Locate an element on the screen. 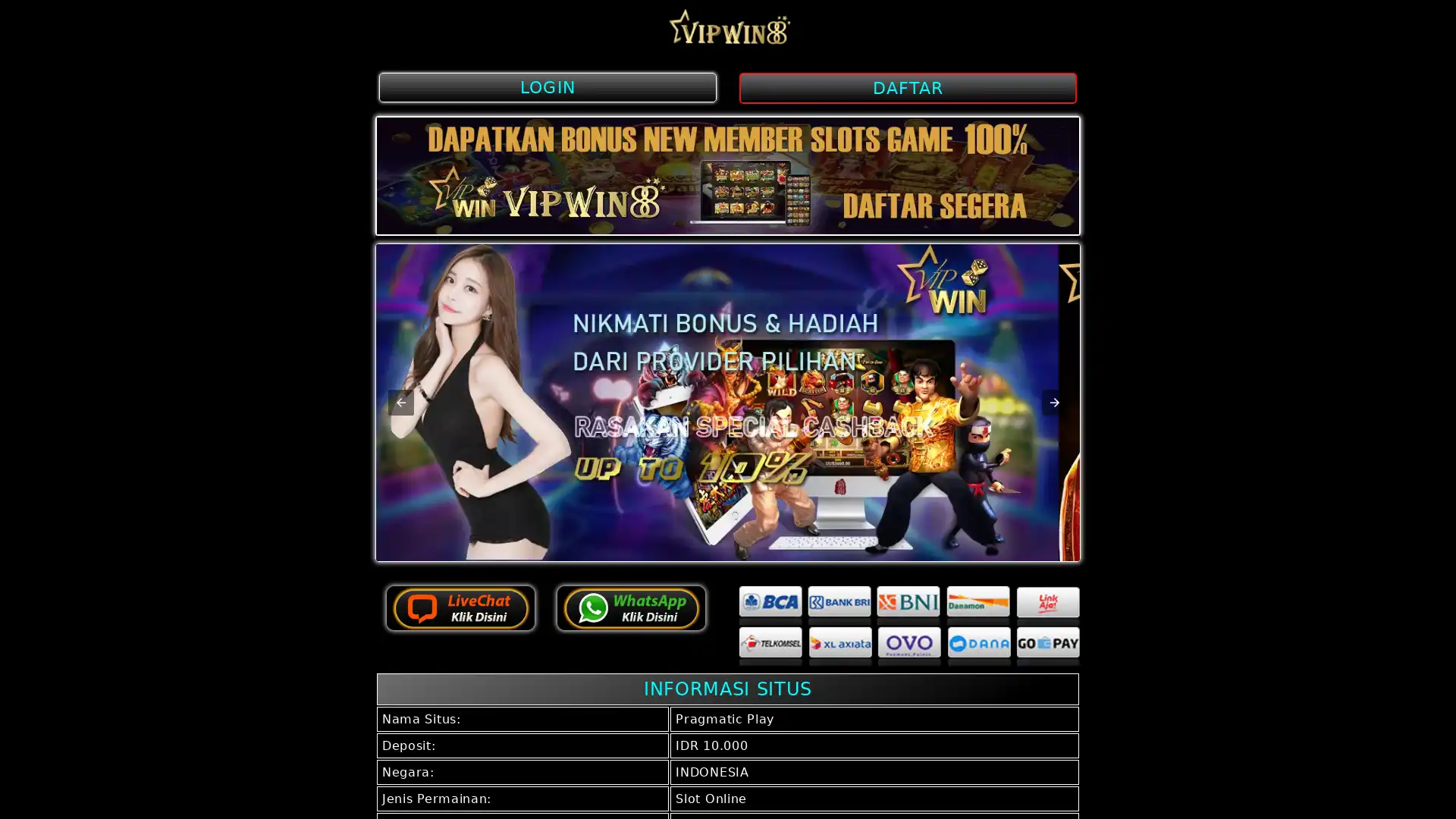 This screenshot has width=1456, height=819. LOGIN is located at coordinates (547, 87).